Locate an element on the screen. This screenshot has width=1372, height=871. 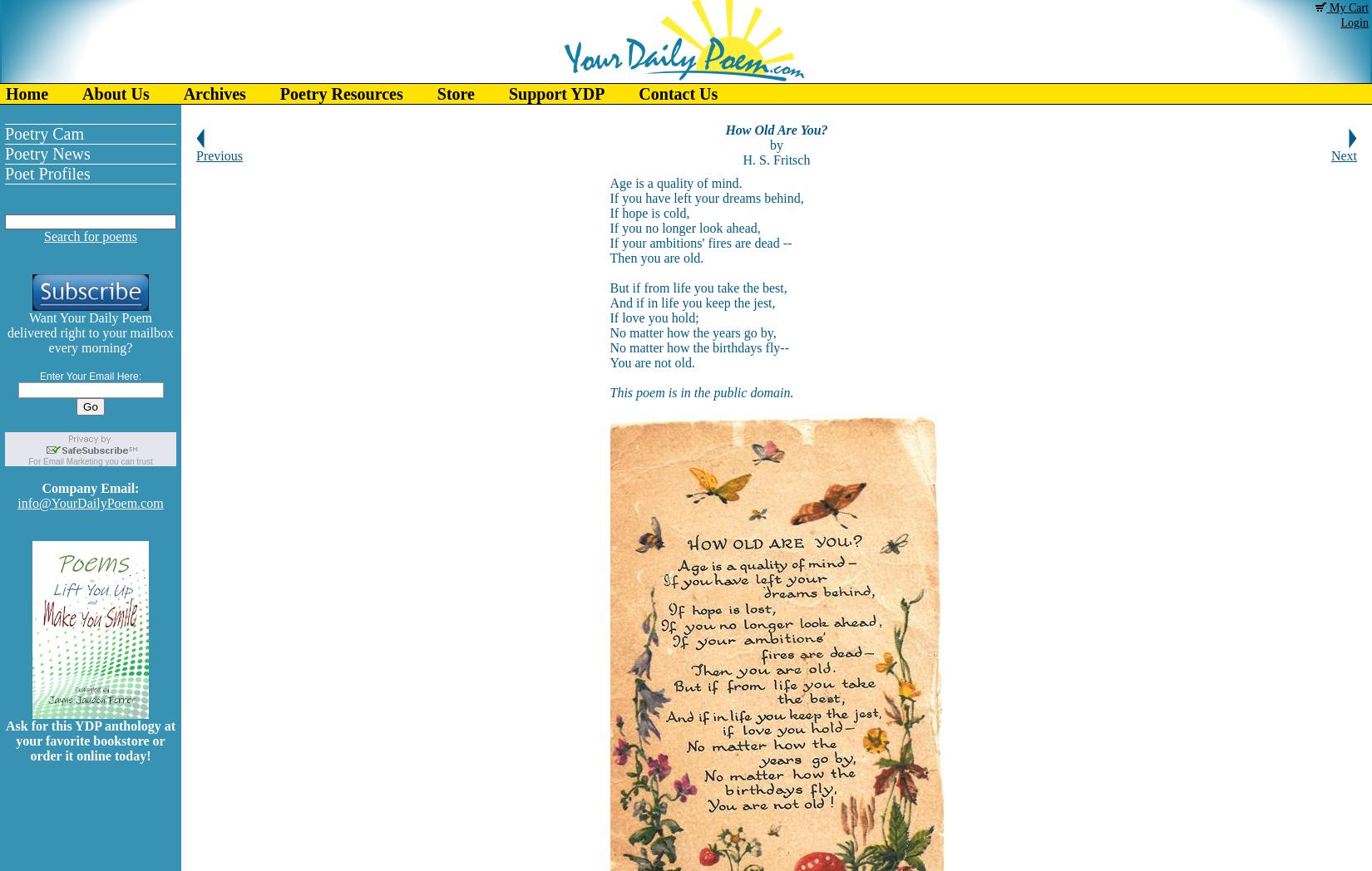
'You Like Us!' is located at coordinates (39, 47).